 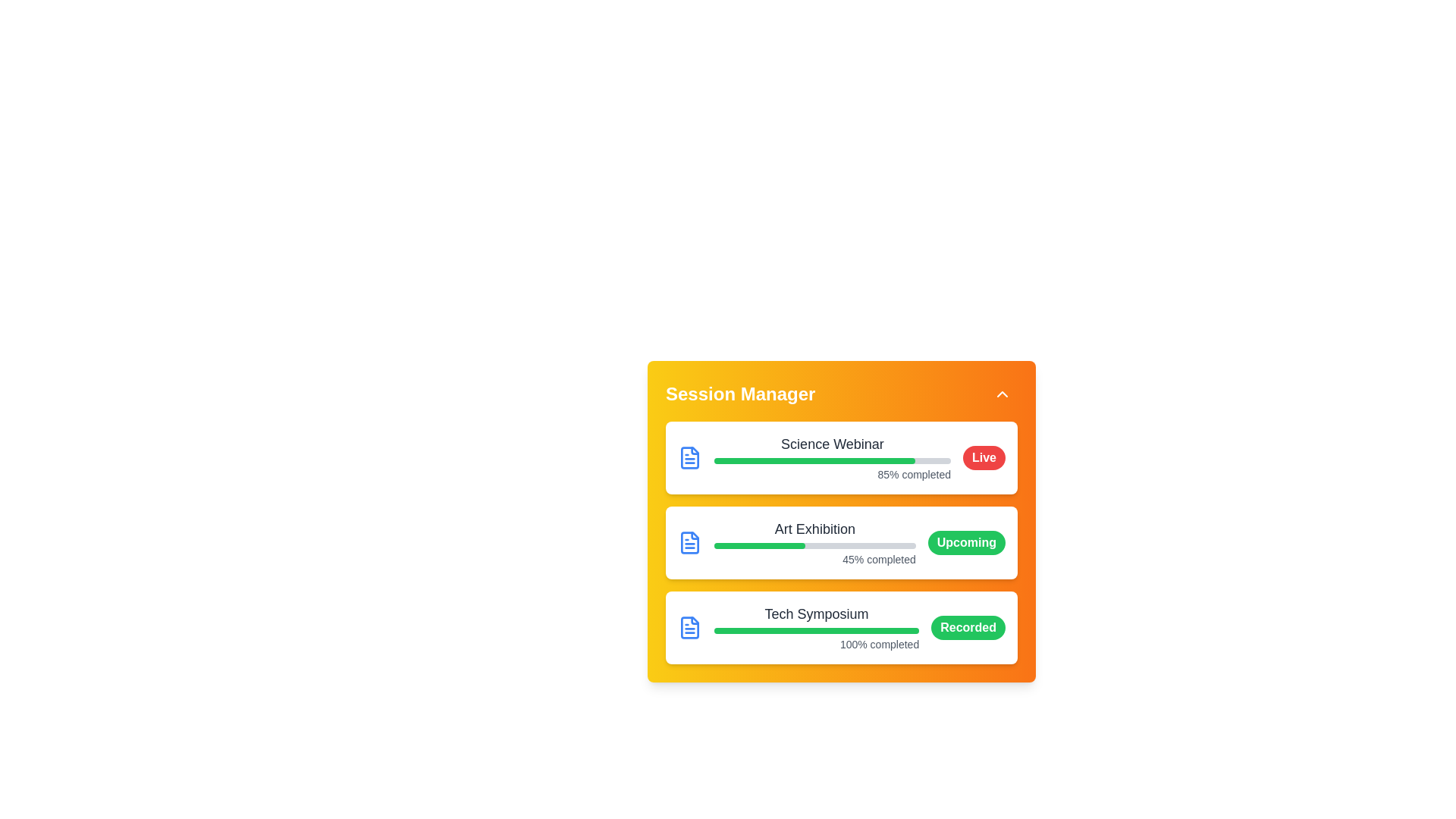 I want to click on the blue document icon with horizontal lines, located to the left of the 'Art Exhibition' text label, so click(x=689, y=542).